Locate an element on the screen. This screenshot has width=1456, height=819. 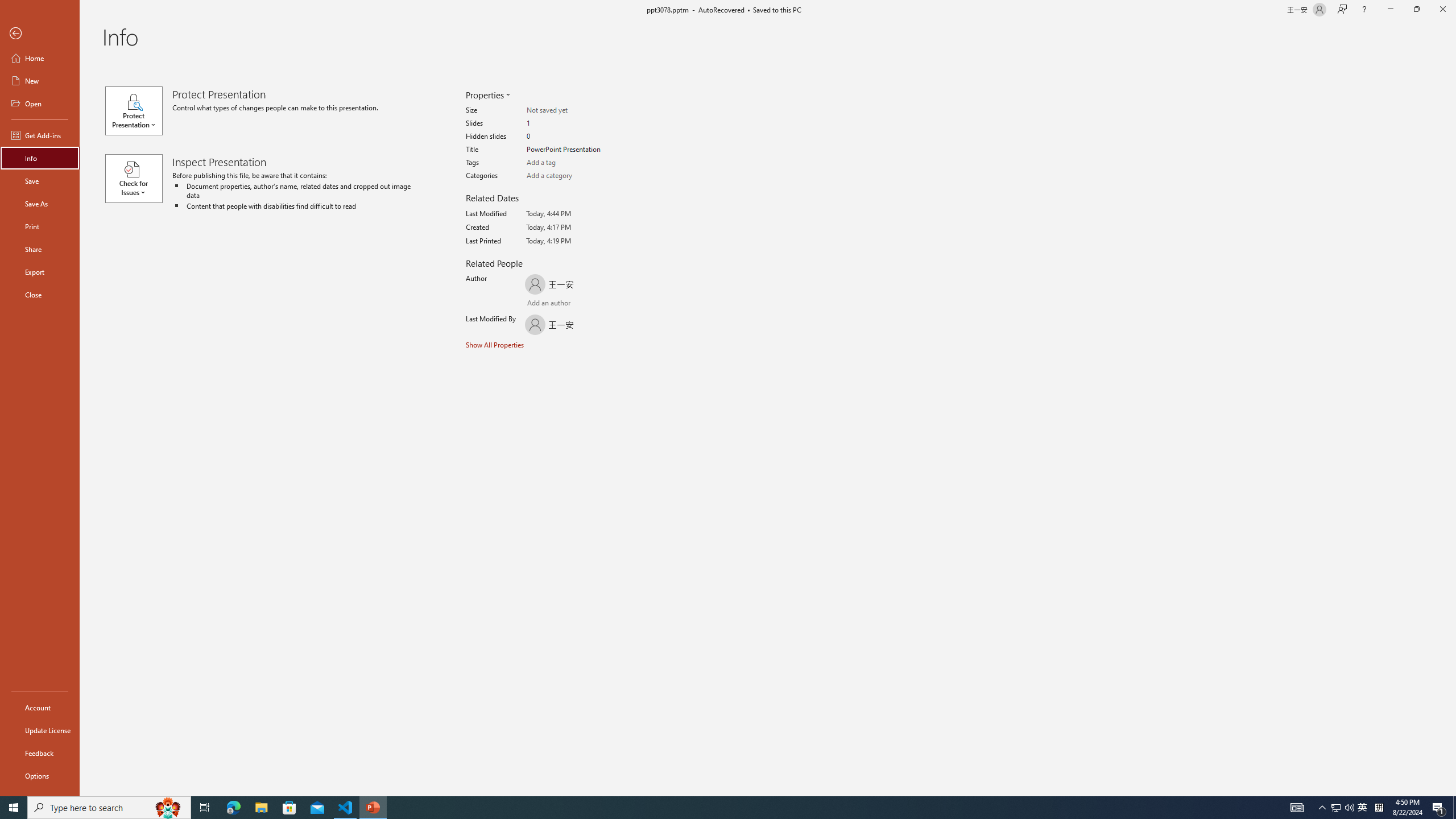
'Size' is located at coordinates (570, 110).